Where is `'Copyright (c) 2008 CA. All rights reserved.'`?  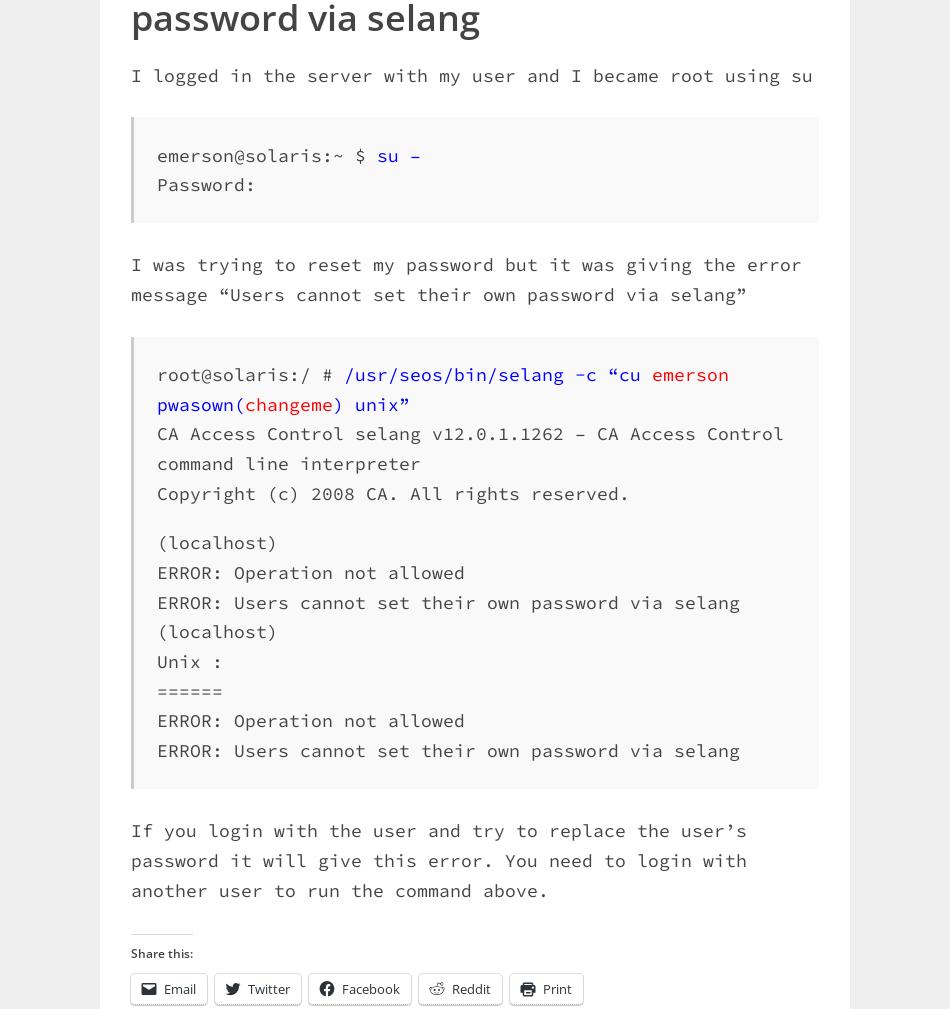
'Copyright (c) 2008 CA. All rights reserved.' is located at coordinates (392, 491).